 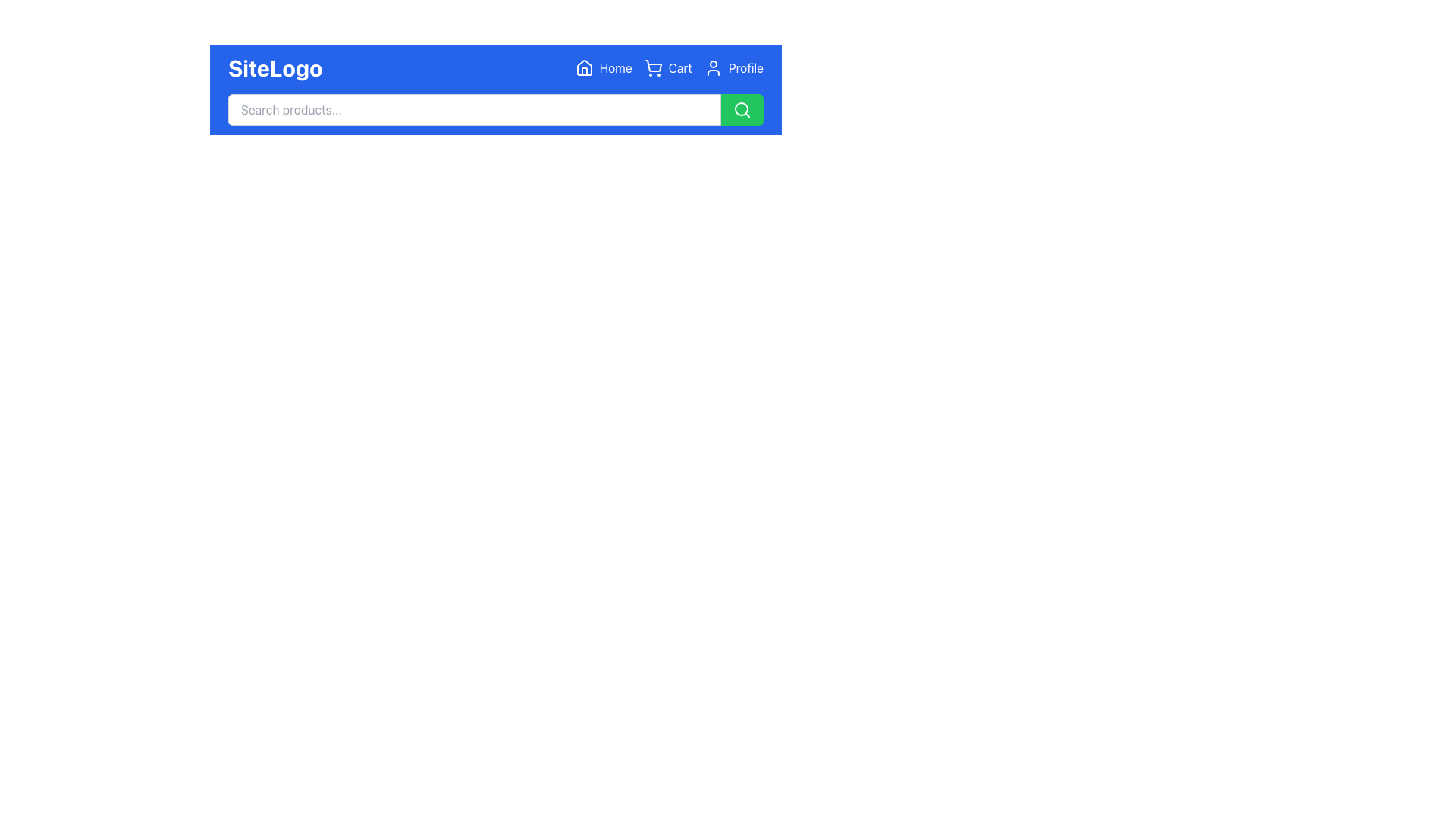 What do you see at coordinates (742, 109) in the screenshot?
I see `the search icon located in the top-right section of the rectangular green button` at bounding box center [742, 109].